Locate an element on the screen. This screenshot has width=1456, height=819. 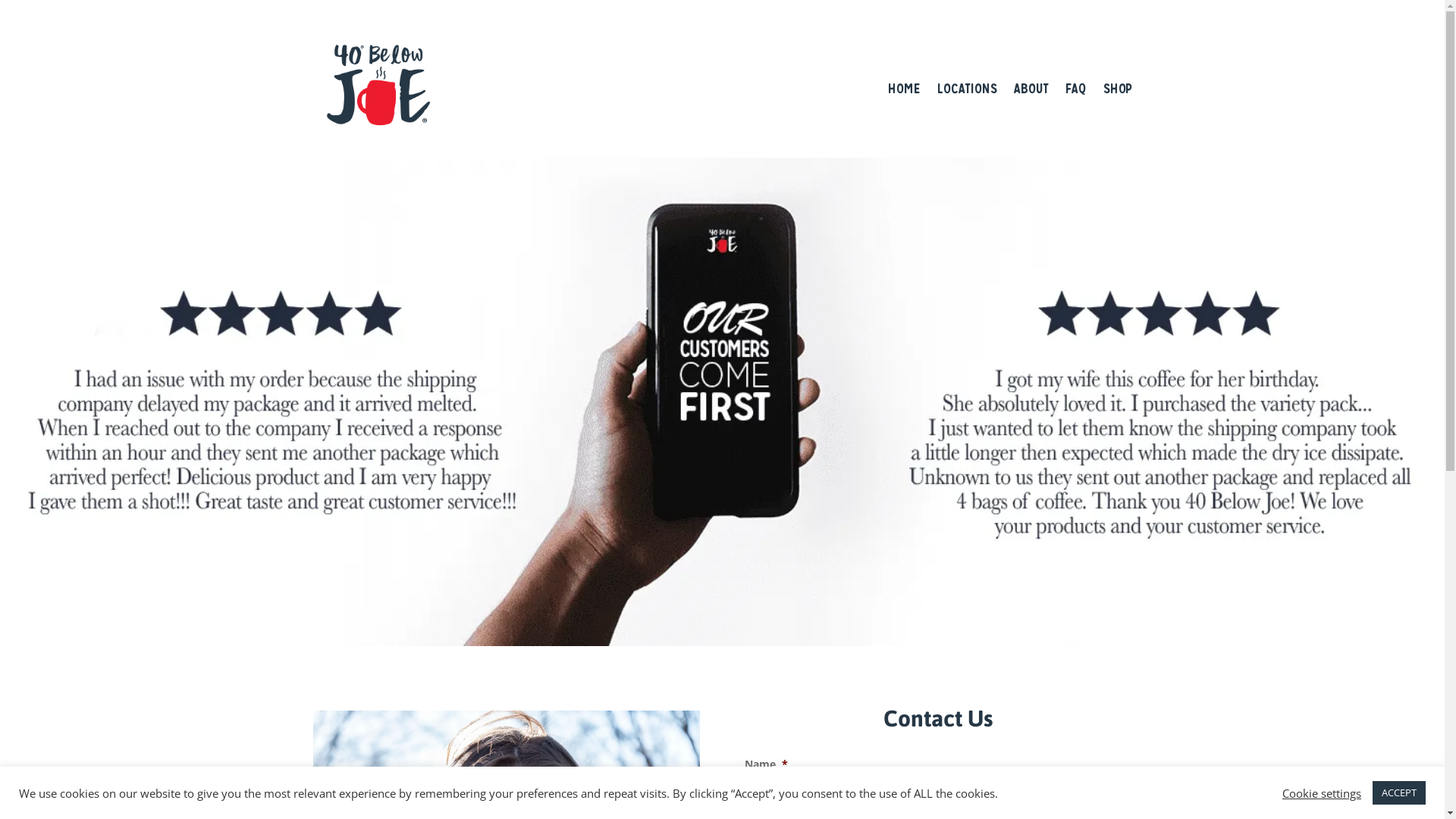
'Contact Us Banner Photo_5.13.20' is located at coordinates (0, 400).